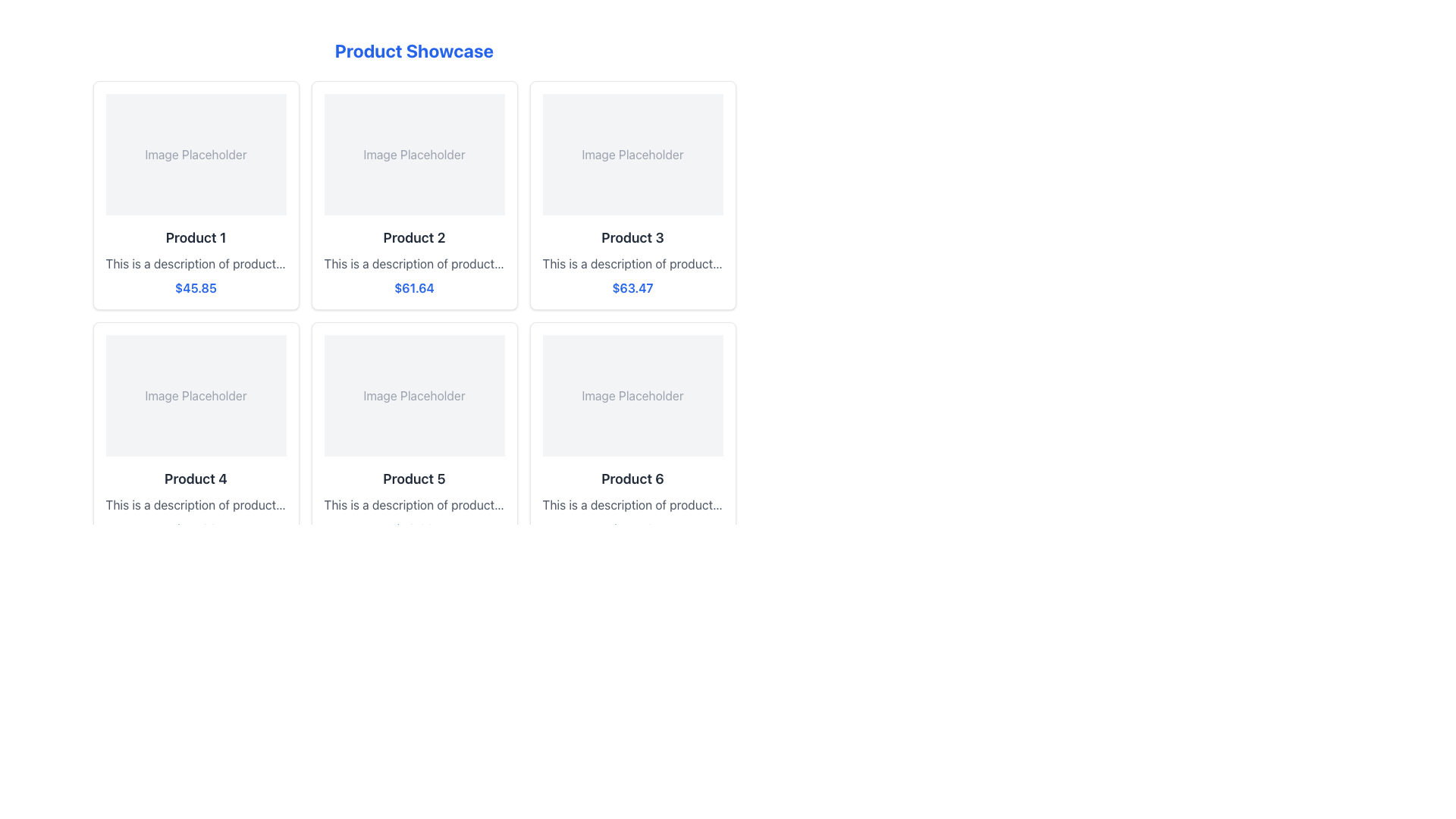 The image size is (1456, 819). Describe the element at coordinates (632, 505) in the screenshot. I see `the text block providing a brief description of 'Product 6', located directly beneath its title within the product card` at that location.